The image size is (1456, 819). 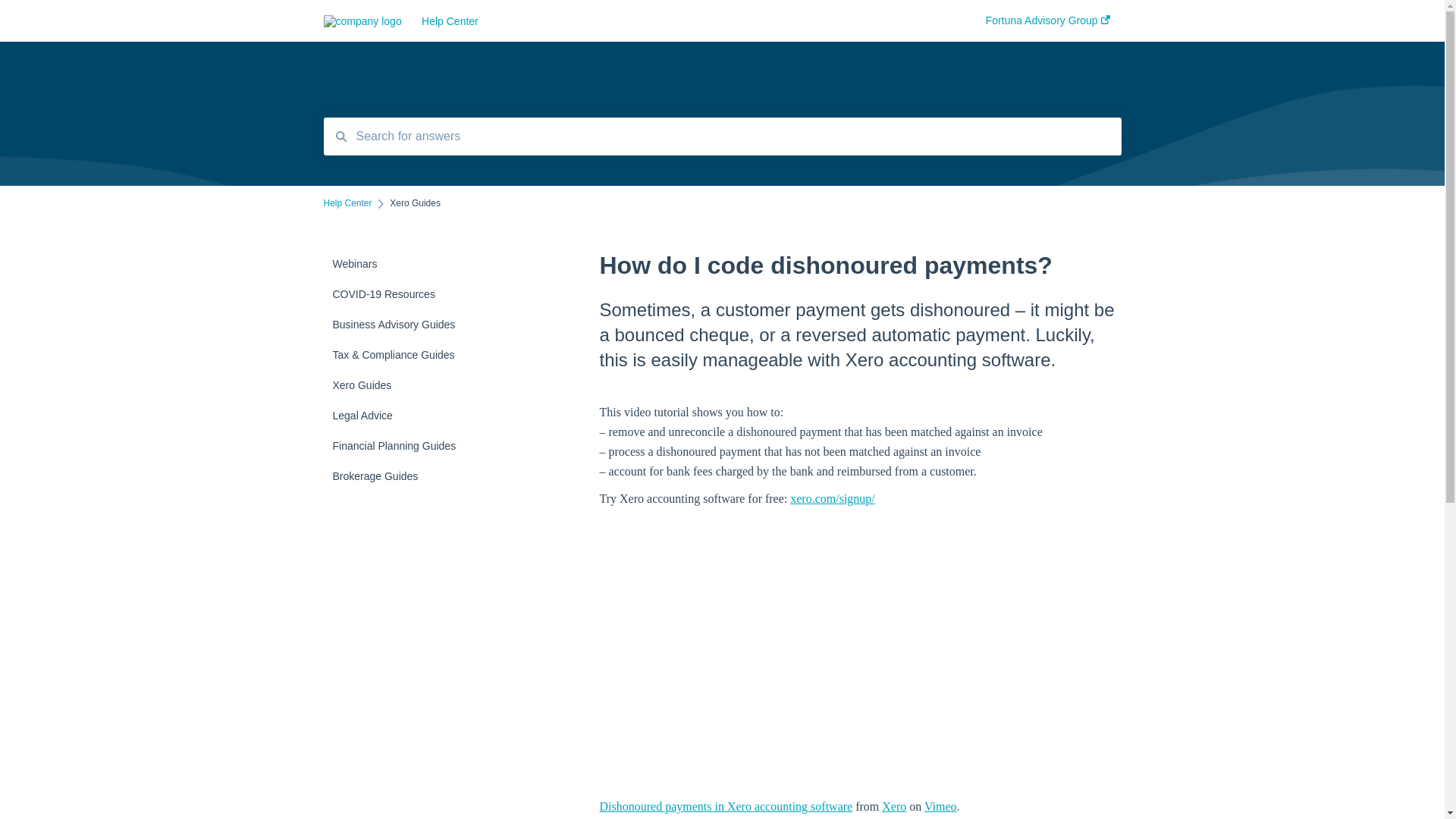 What do you see at coordinates (414, 475) in the screenshot?
I see `'Brokerage Guides'` at bounding box center [414, 475].